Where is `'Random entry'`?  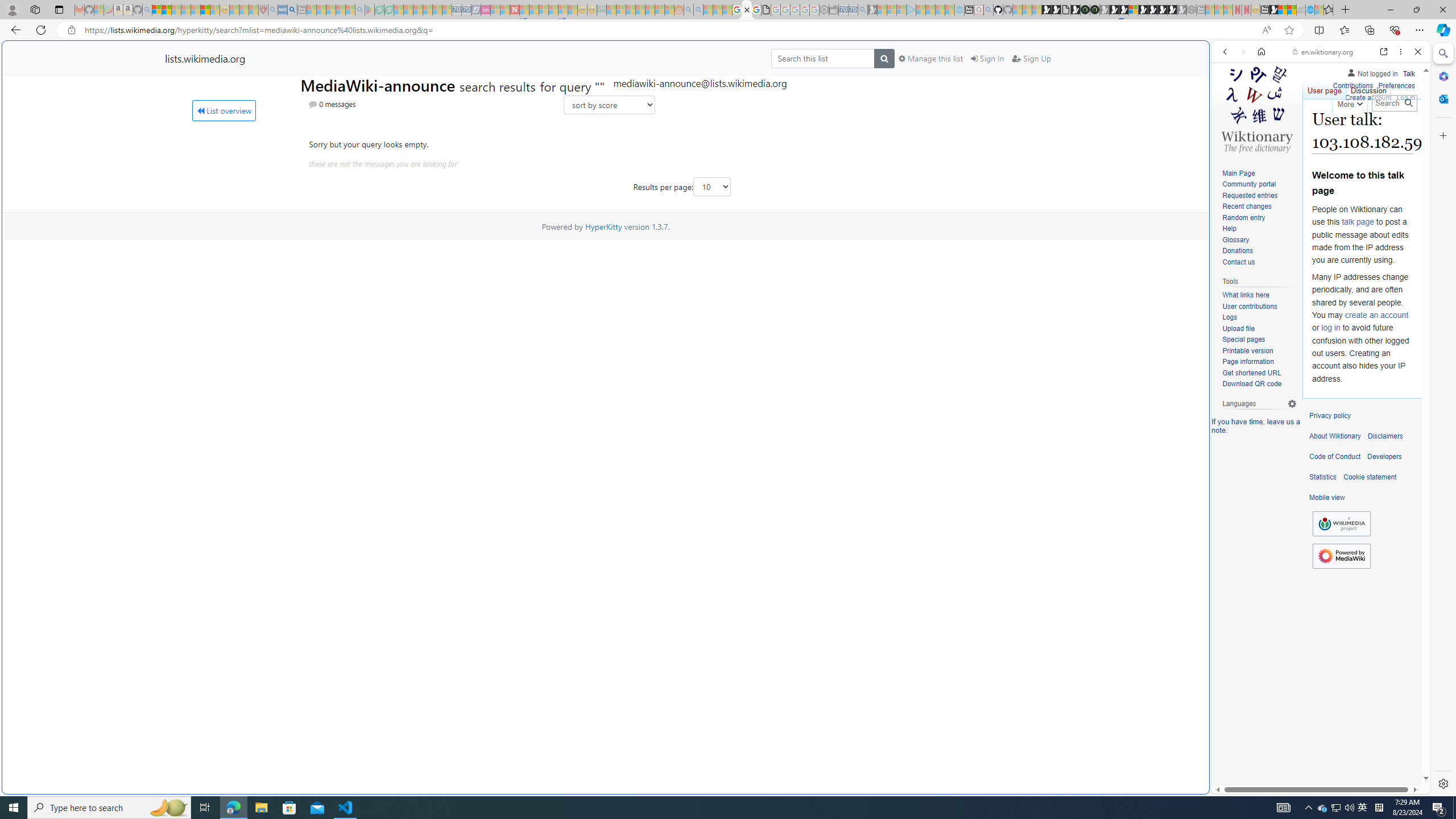 'Random entry' is located at coordinates (1243, 217).